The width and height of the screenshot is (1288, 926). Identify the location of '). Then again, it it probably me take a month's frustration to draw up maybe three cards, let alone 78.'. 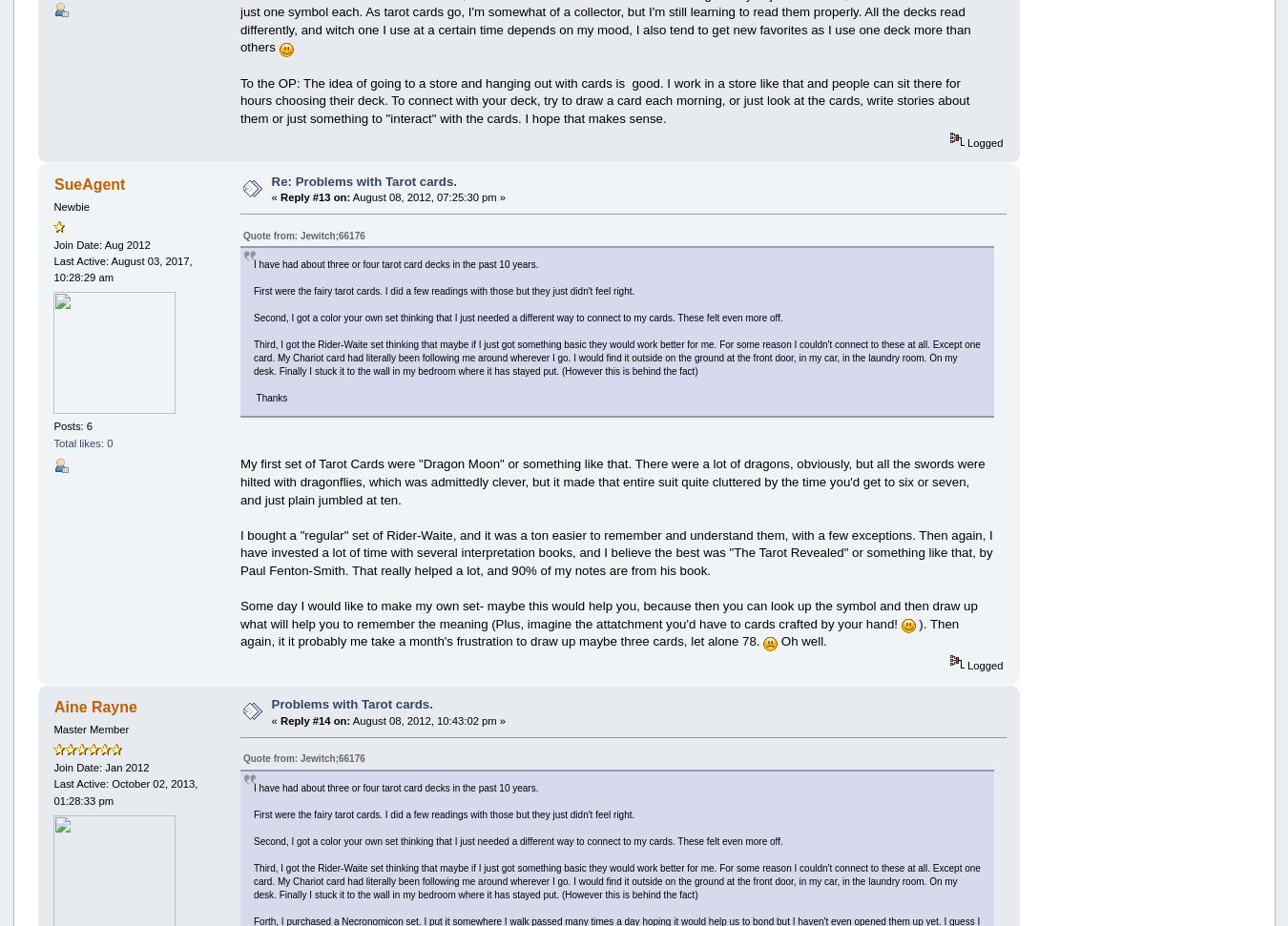
(238, 631).